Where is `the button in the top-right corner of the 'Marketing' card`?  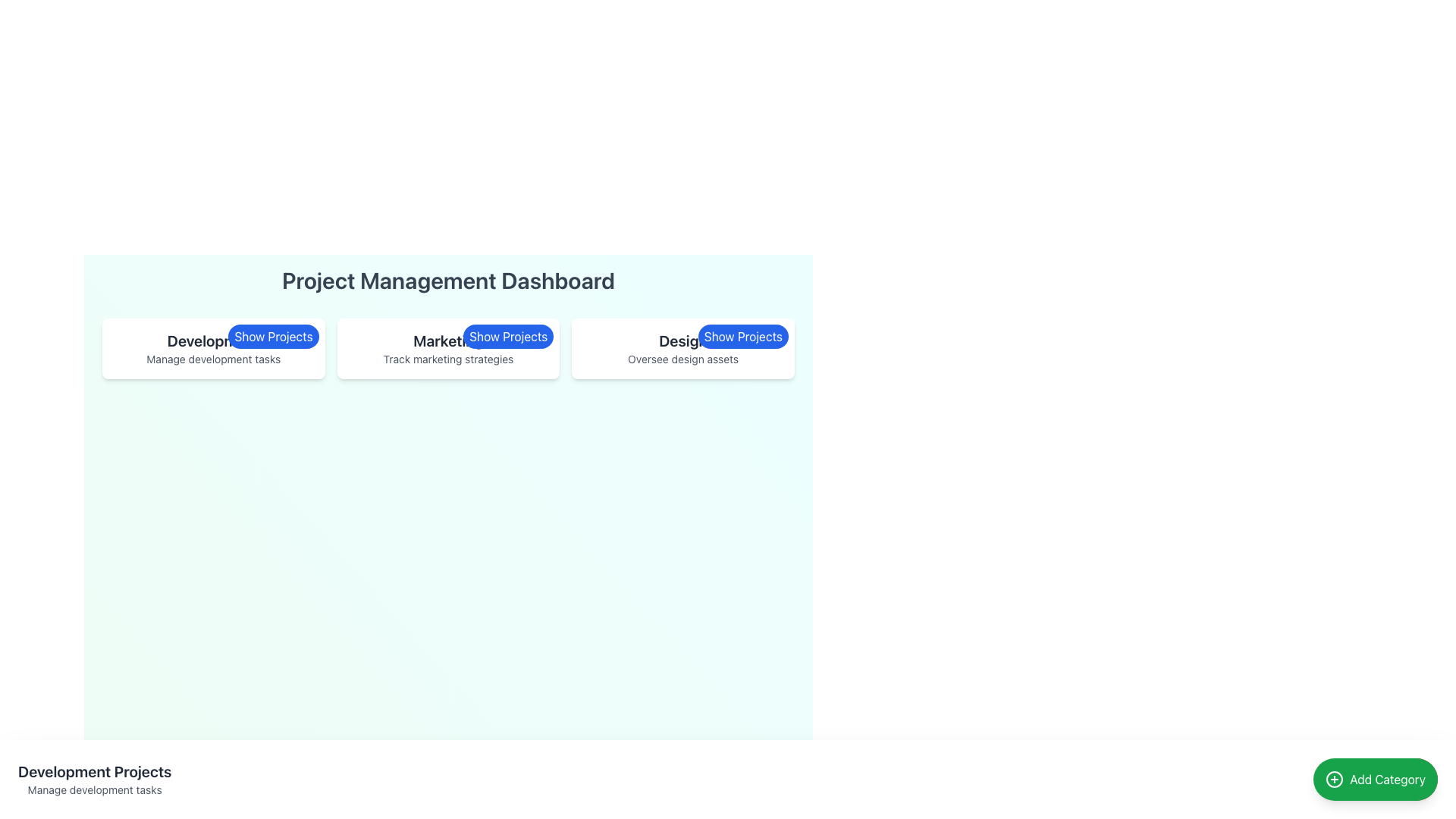
the button in the top-right corner of the 'Marketing' card is located at coordinates (508, 335).